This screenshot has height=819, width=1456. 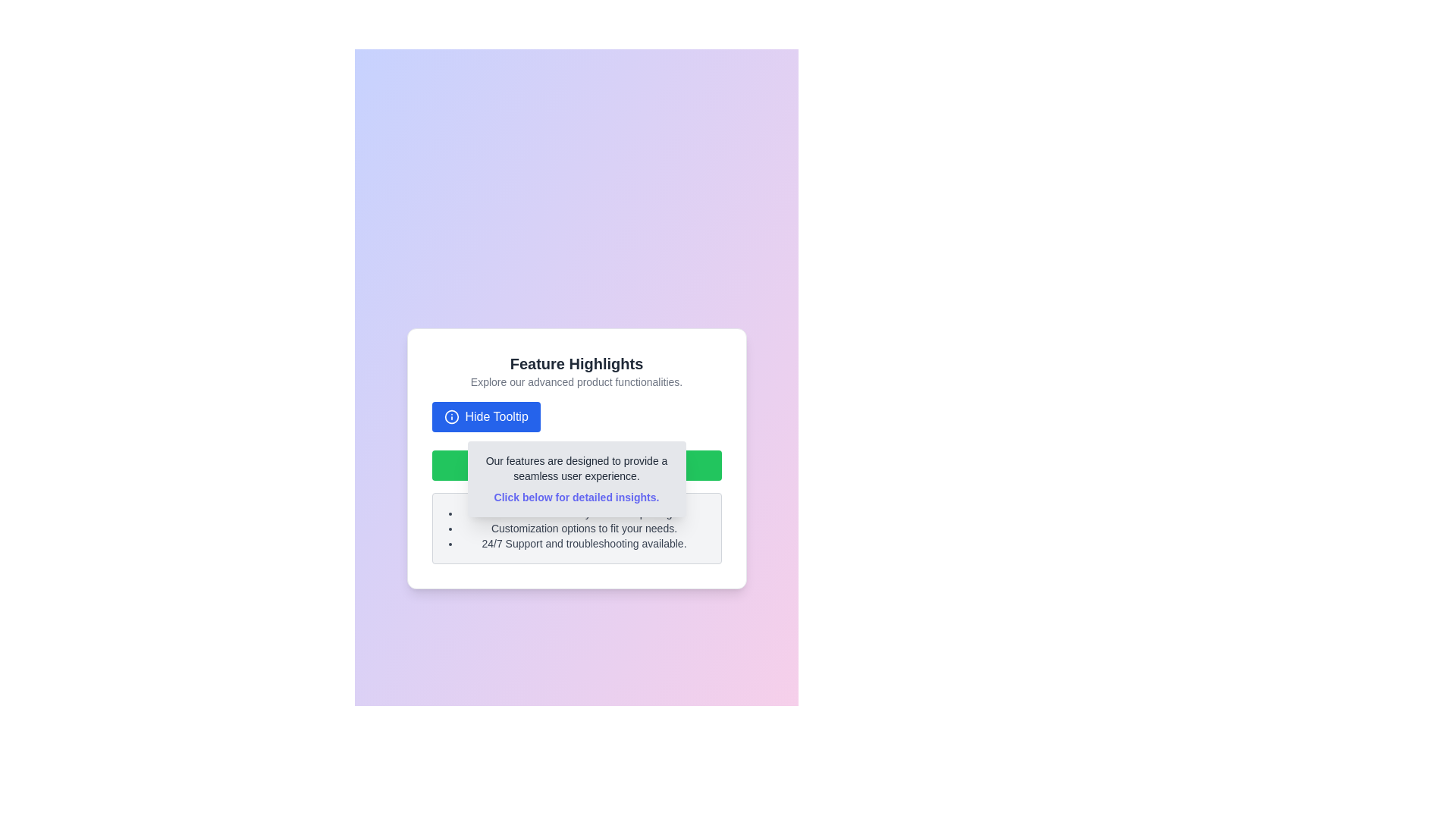 I want to click on informational text block located immediately below the 'Feature Highlights' title, which serves to describe the contents or importance of the section, so click(x=576, y=381).